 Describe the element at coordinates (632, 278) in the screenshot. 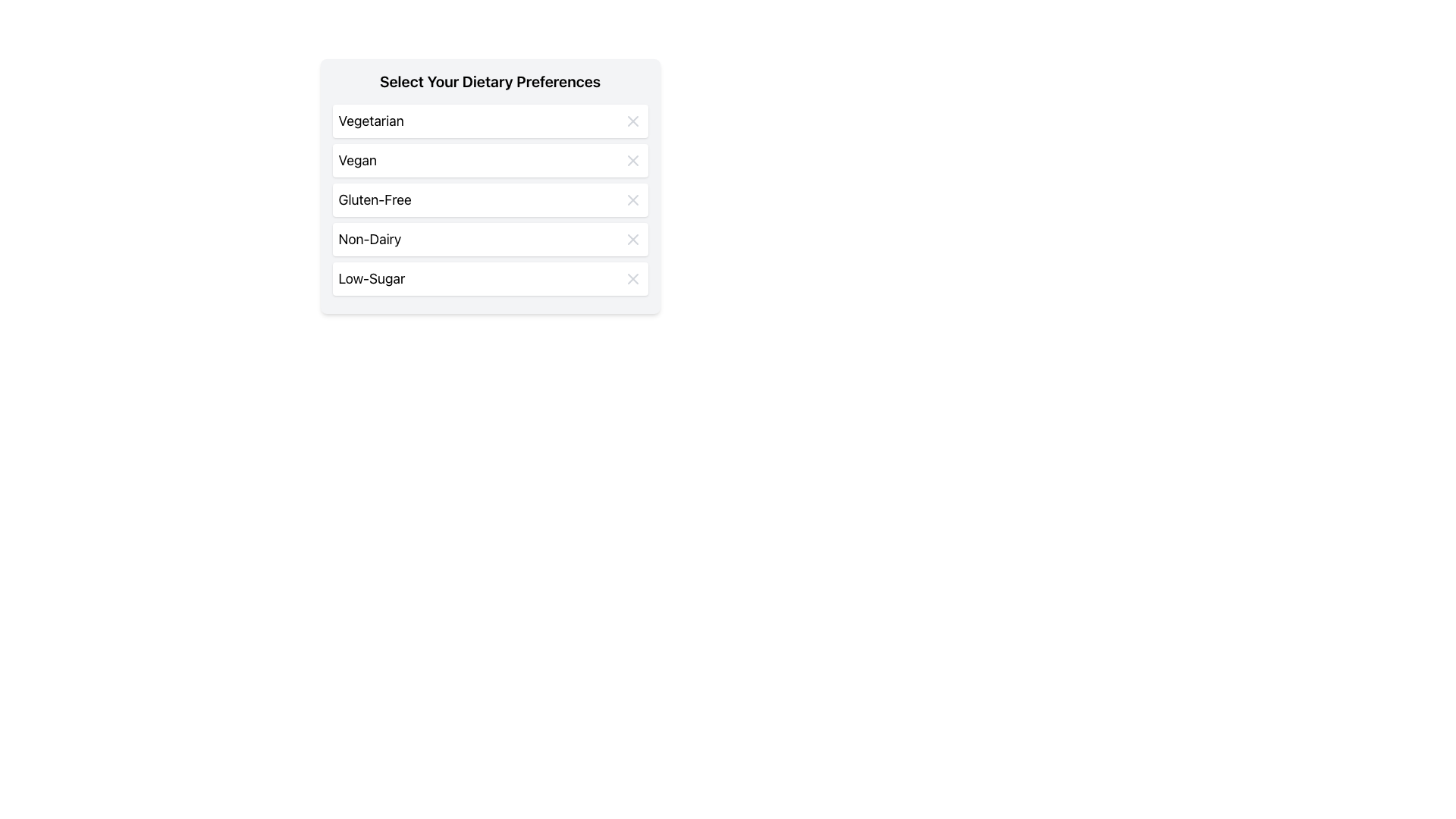

I see `the 'x' icon button on the right side of the 'Low-Sugar' list item` at that location.